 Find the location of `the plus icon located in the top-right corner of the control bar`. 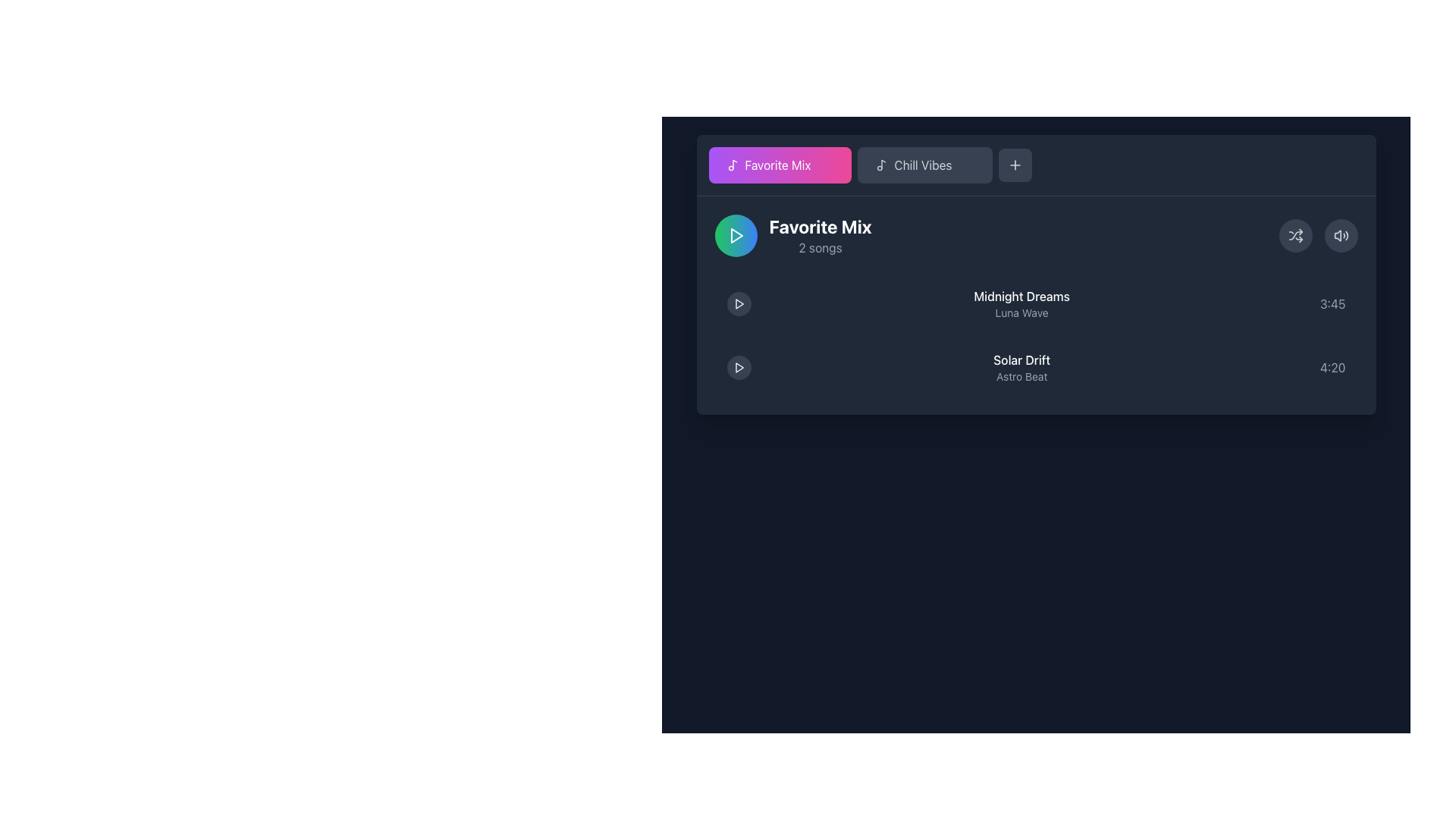

the plus icon located in the top-right corner of the control bar is located at coordinates (1015, 165).